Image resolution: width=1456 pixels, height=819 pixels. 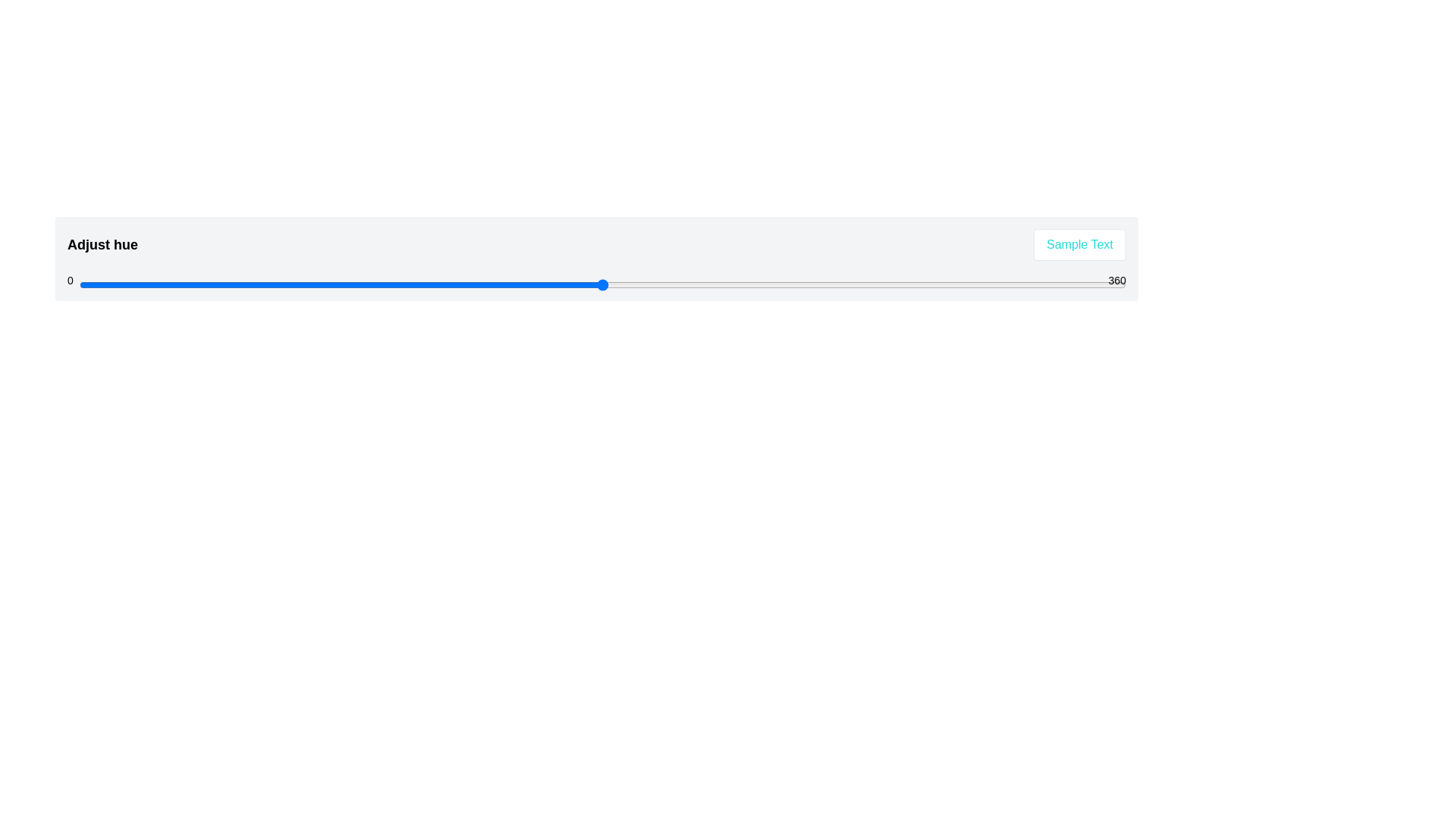 I want to click on the hue slider to set the hue value to 276, so click(x=881, y=284).